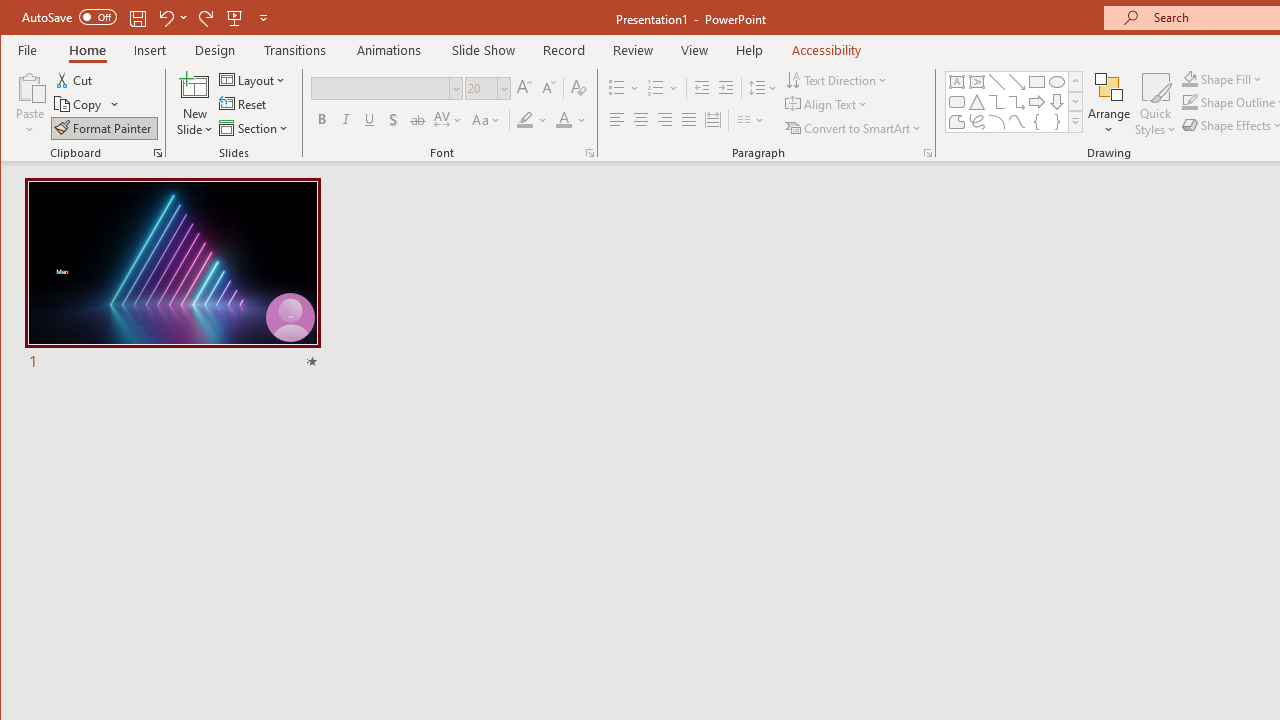 Image resolution: width=1280 pixels, height=720 pixels. What do you see at coordinates (1189, 102) in the screenshot?
I see `'Shape Outline Blue, Accent 1'` at bounding box center [1189, 102].